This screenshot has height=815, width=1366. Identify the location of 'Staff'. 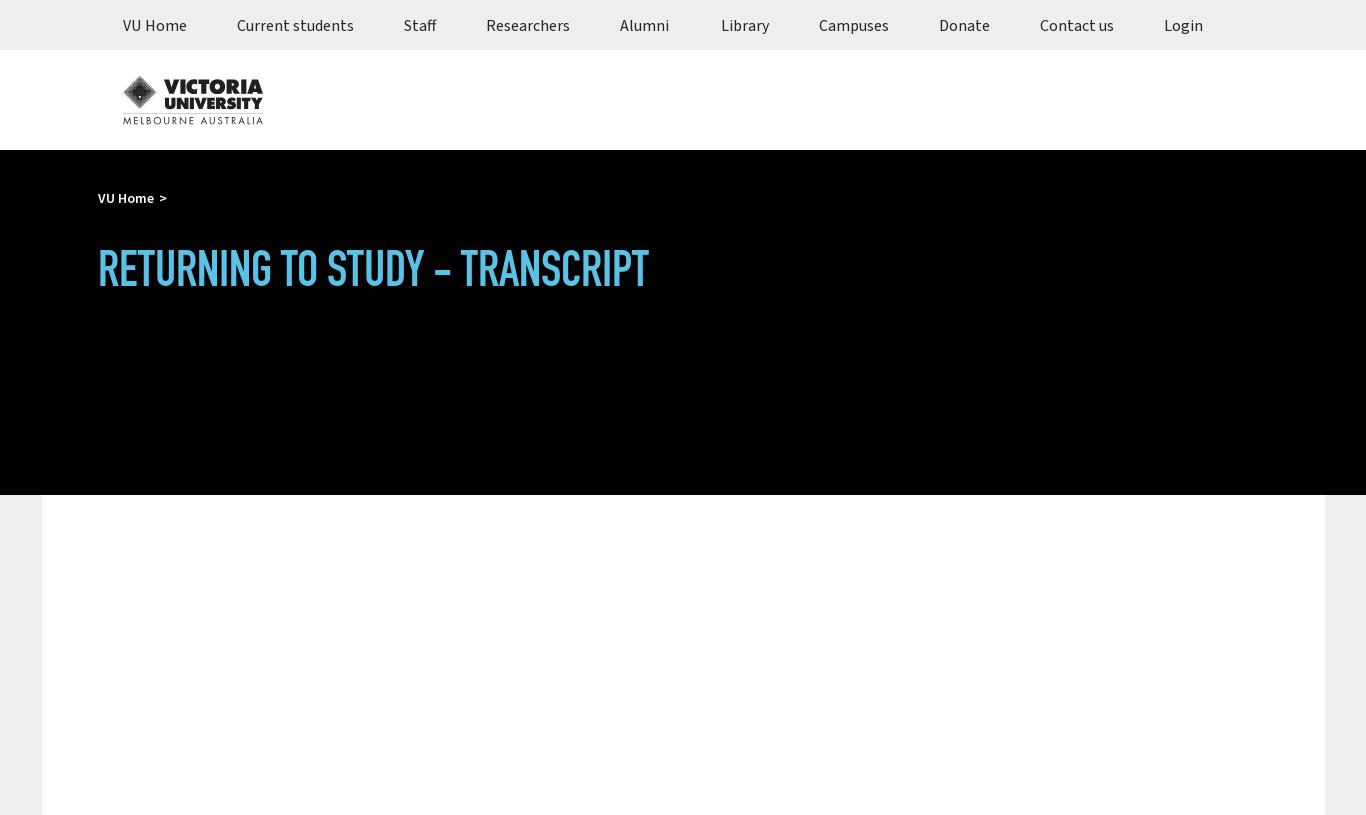
(419, 24).